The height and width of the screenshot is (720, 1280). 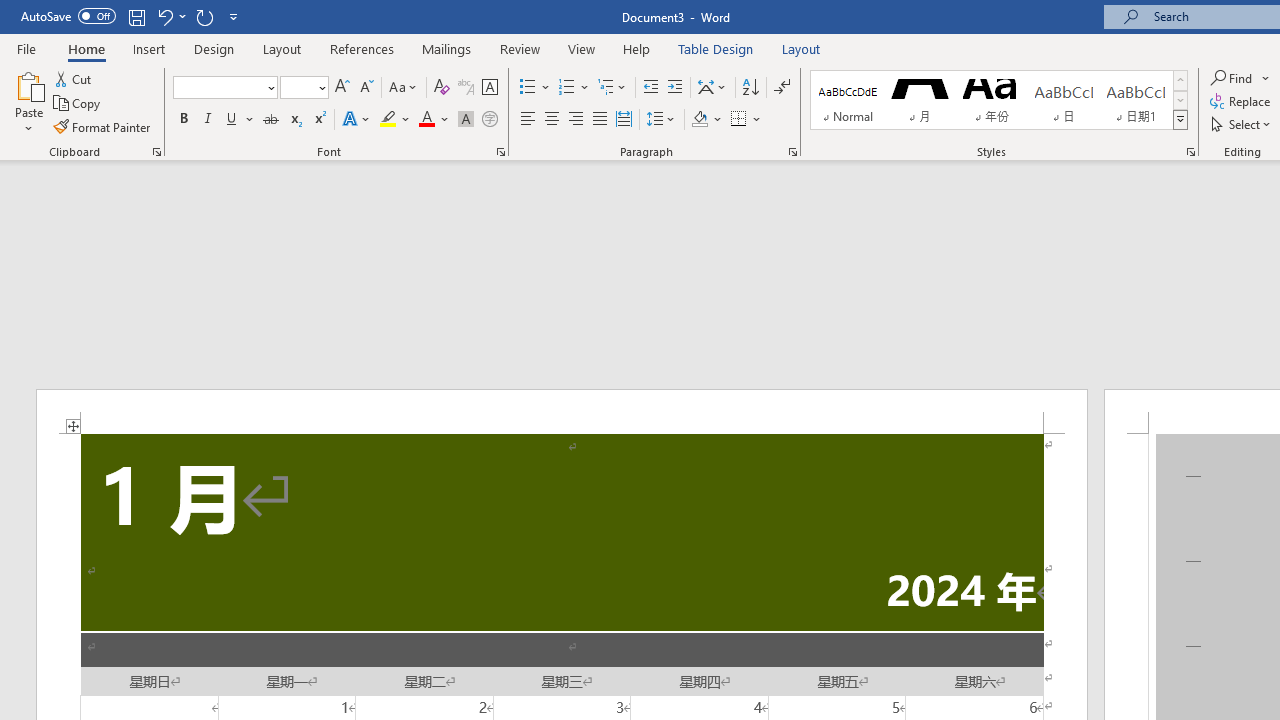 I want to click on 'Format Painter', so click(x=102, y=127).